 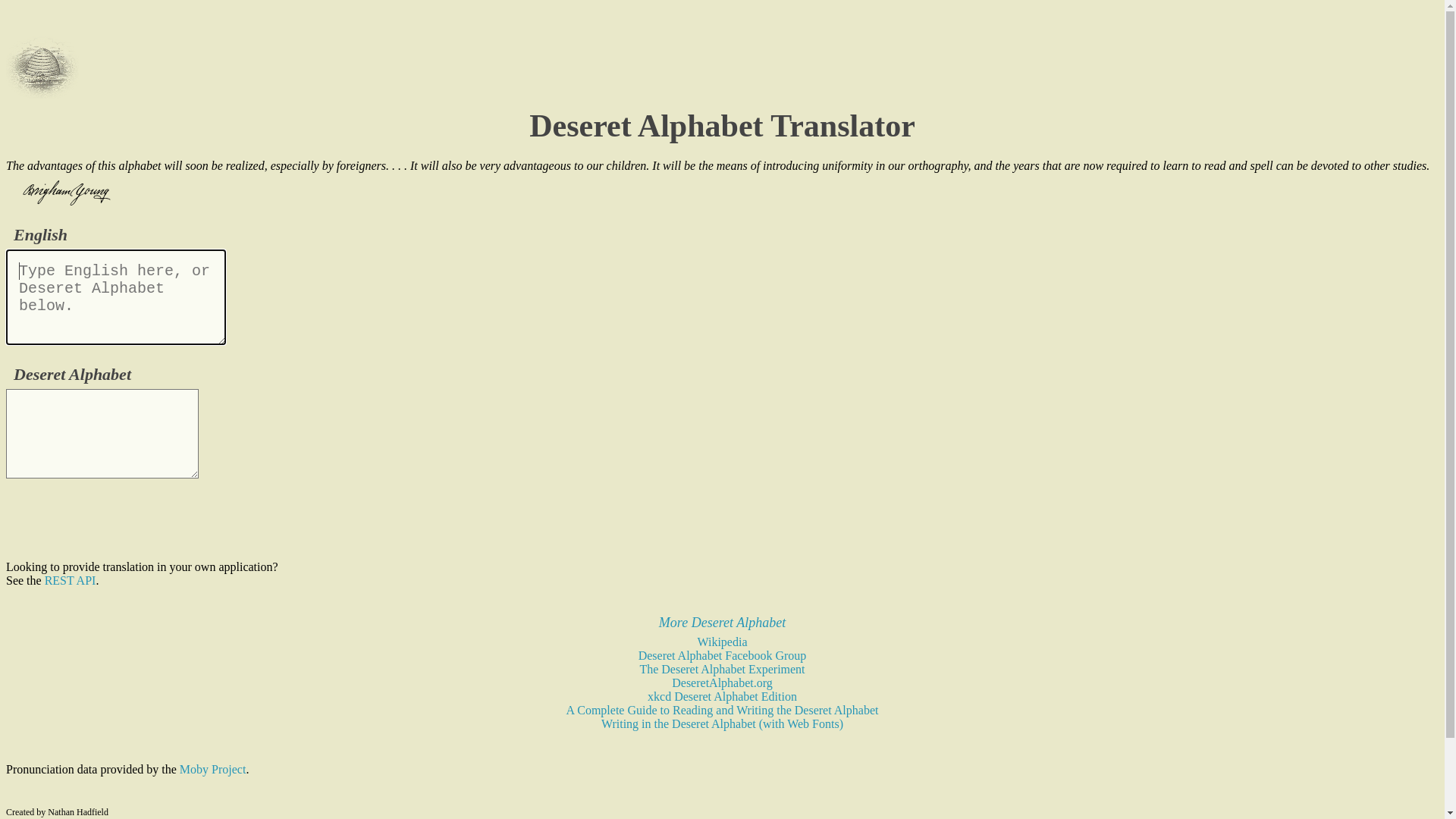 I want to click on 'Moby Project', so click(x=212, y=769).